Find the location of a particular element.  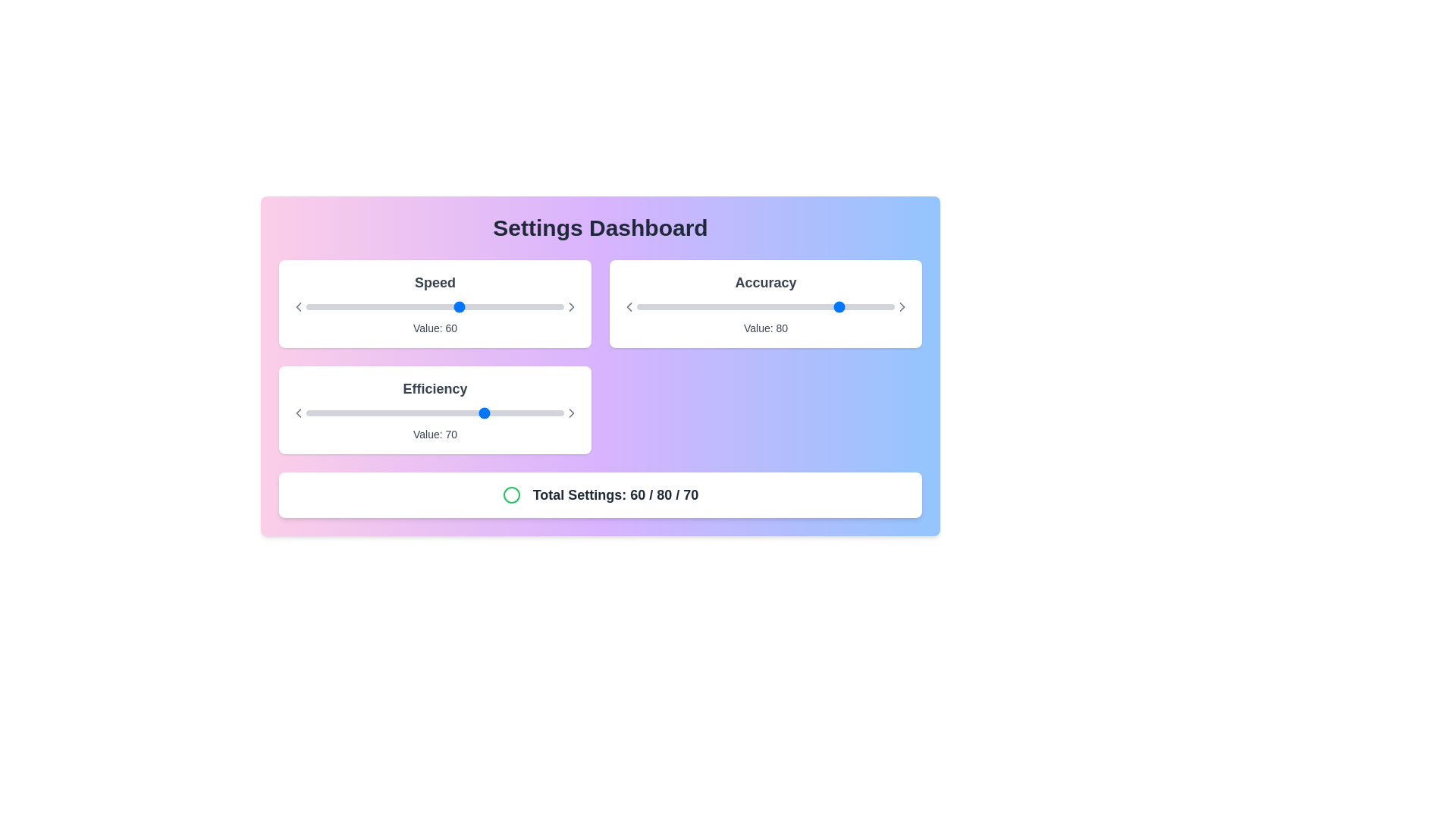

efficiency is located at coordinates (444, 413).